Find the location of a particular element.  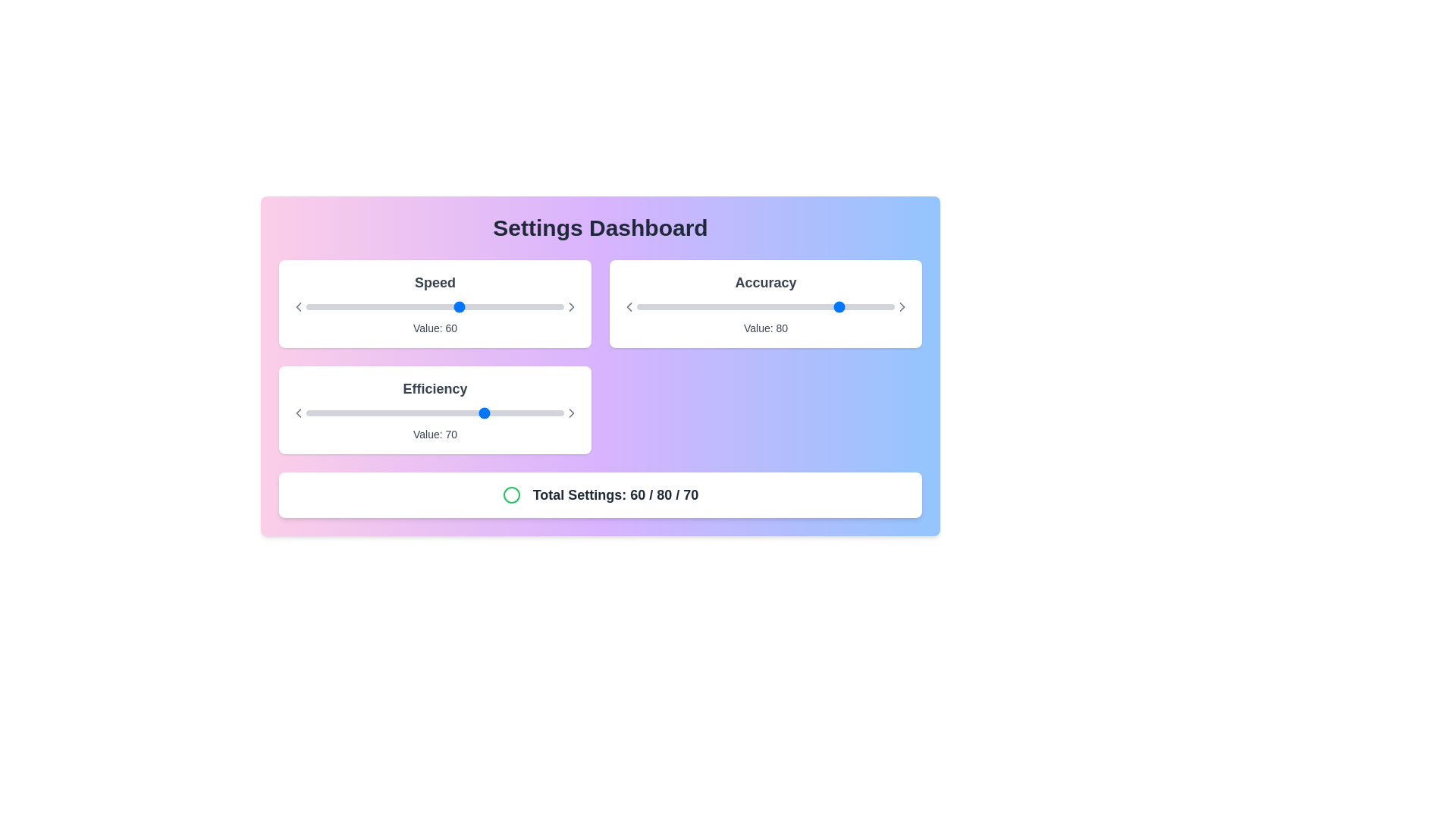

efficiency is located at coordinates (444, 413).